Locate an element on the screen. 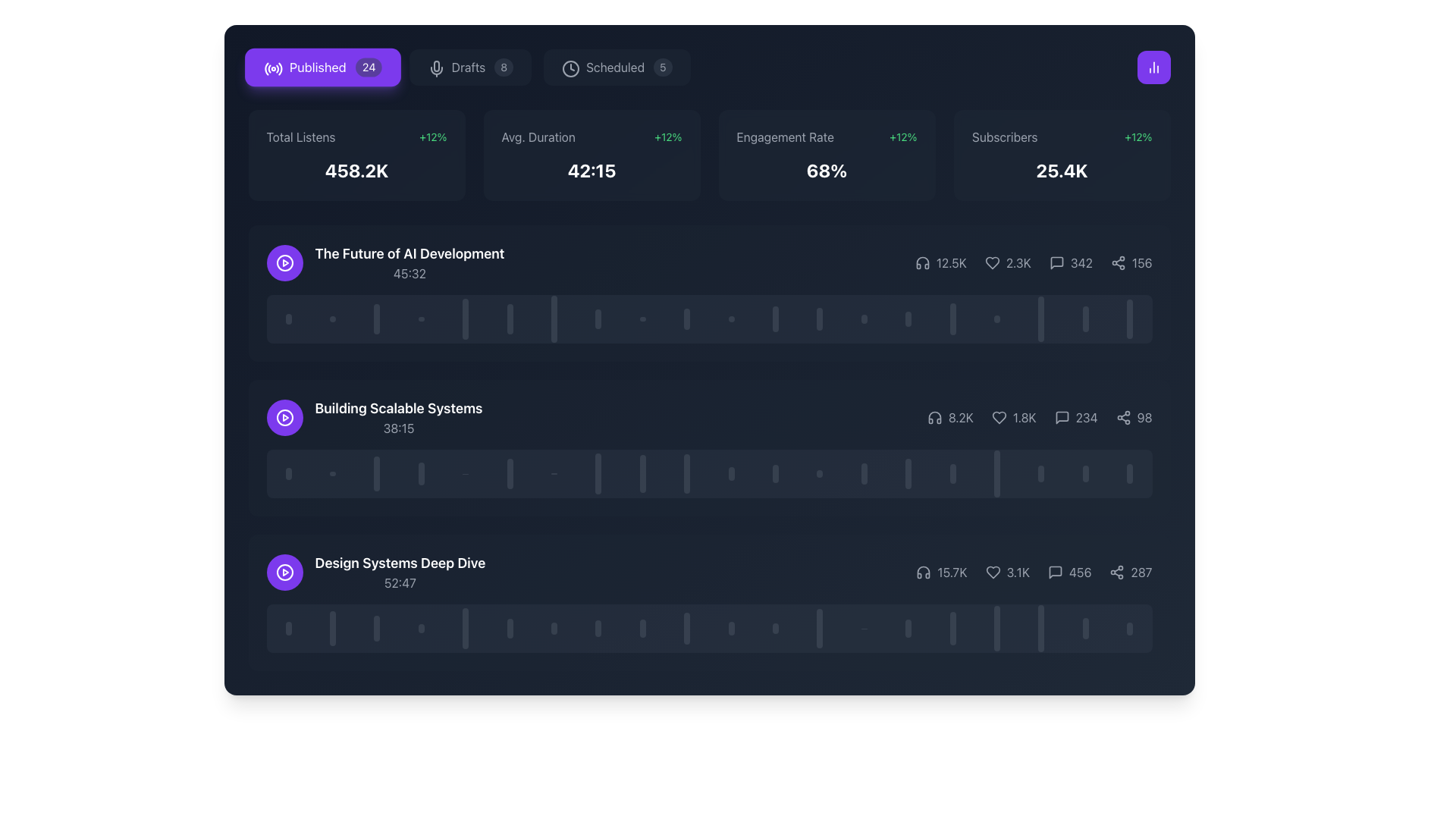  the text label displaying the number of comments for 'The Future of AI Development', which shows '156' and is positioned at the center-right side of the first section is located at coordinates (1081, 262).